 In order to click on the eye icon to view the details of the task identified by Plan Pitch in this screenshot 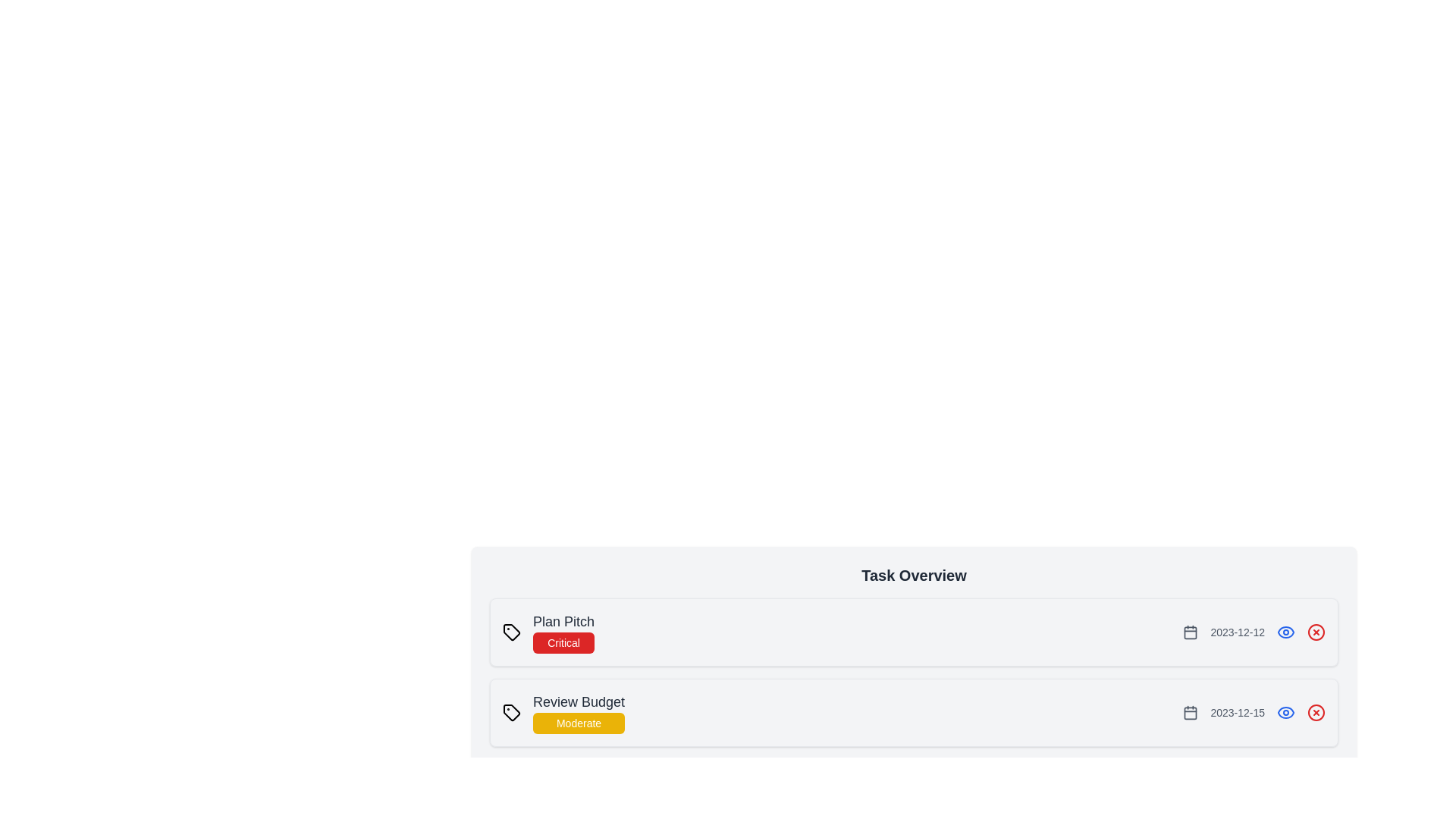, I will do `click(1285, 632)`.